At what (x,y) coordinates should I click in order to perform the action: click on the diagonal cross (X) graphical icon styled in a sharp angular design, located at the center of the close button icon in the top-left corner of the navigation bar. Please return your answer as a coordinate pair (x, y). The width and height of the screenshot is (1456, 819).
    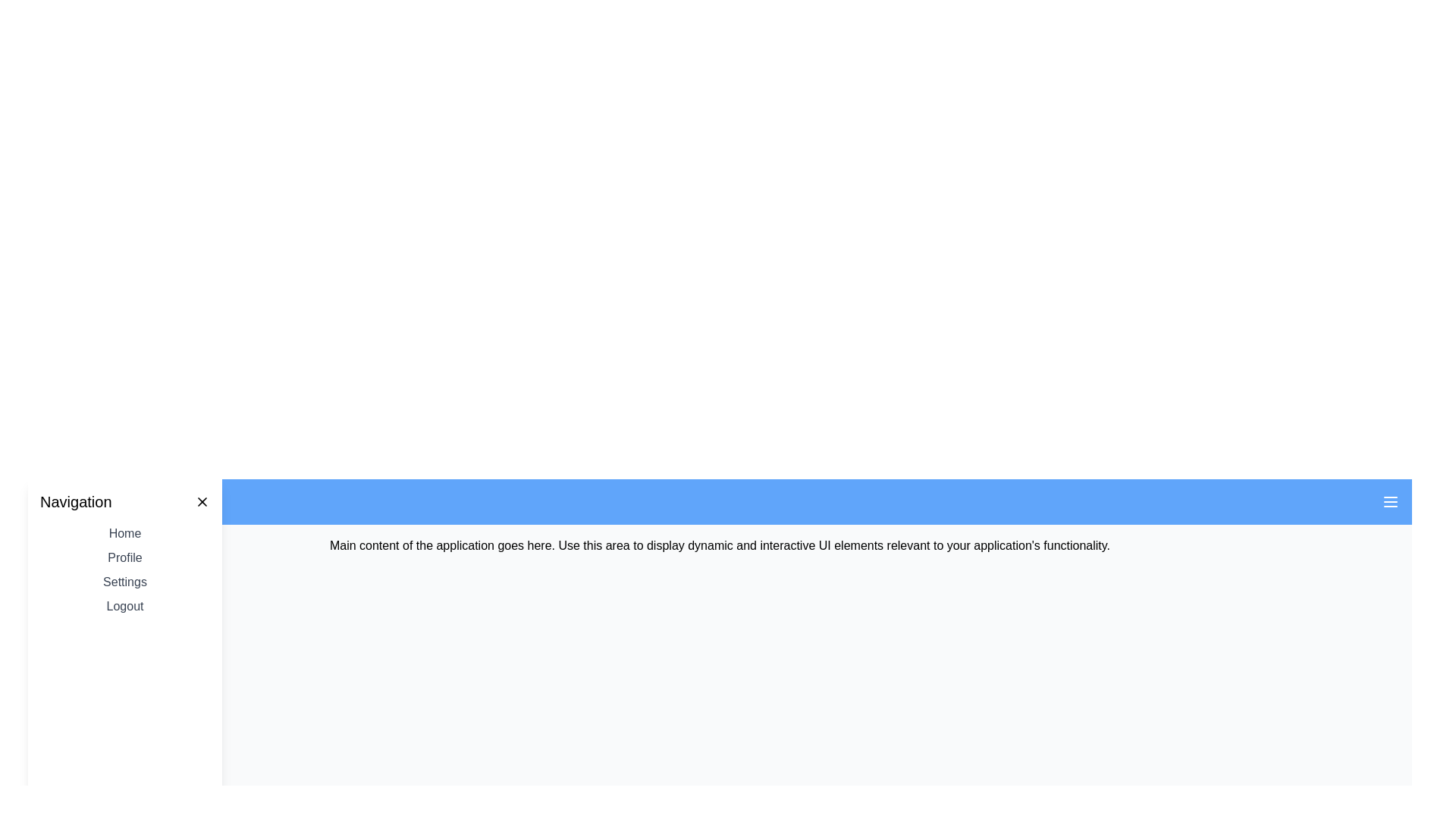
    Looking at the image, I should click on (202, 502).